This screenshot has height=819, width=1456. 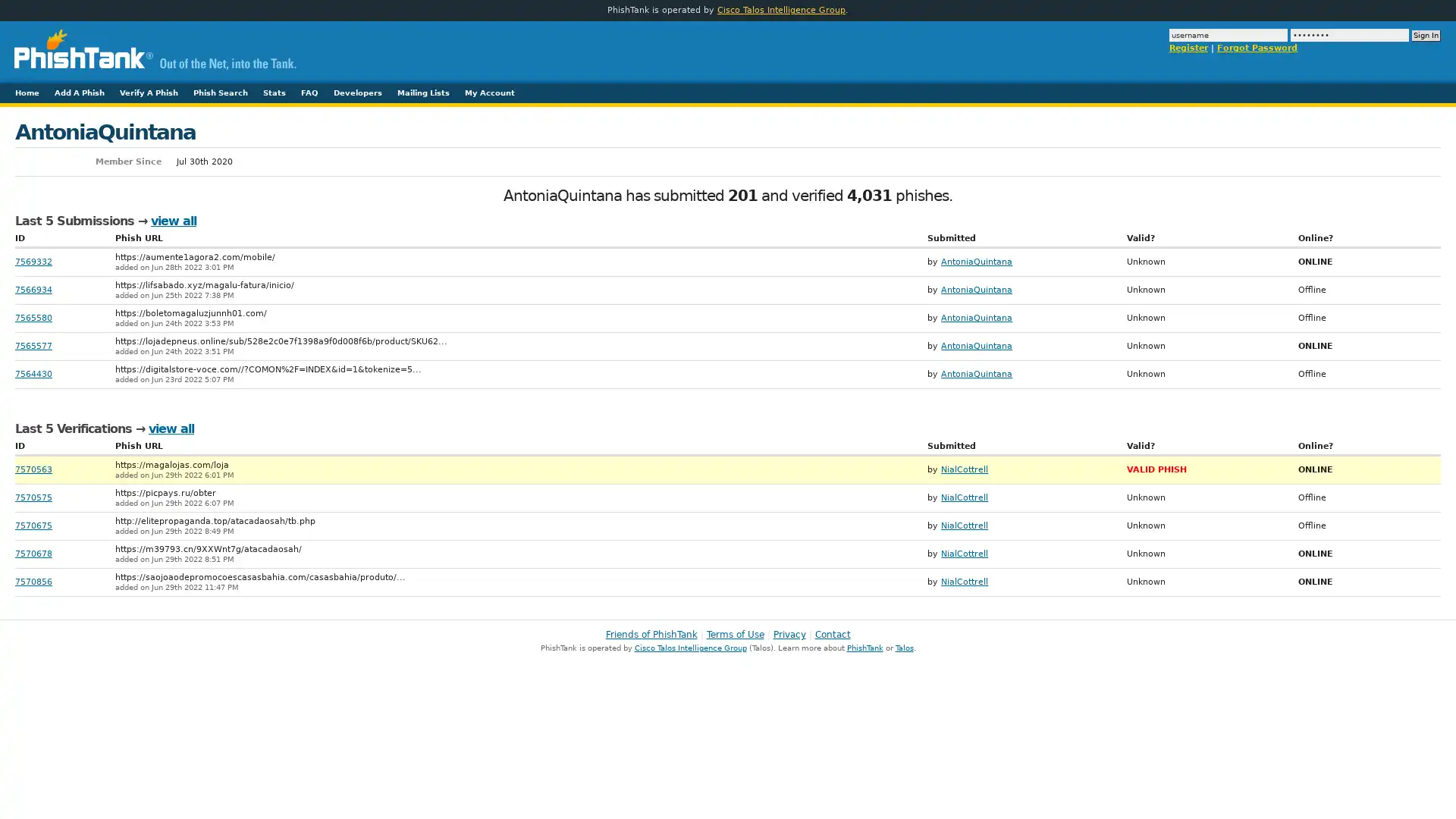 I want to click on Sign In, so click(x=1426, y=35).